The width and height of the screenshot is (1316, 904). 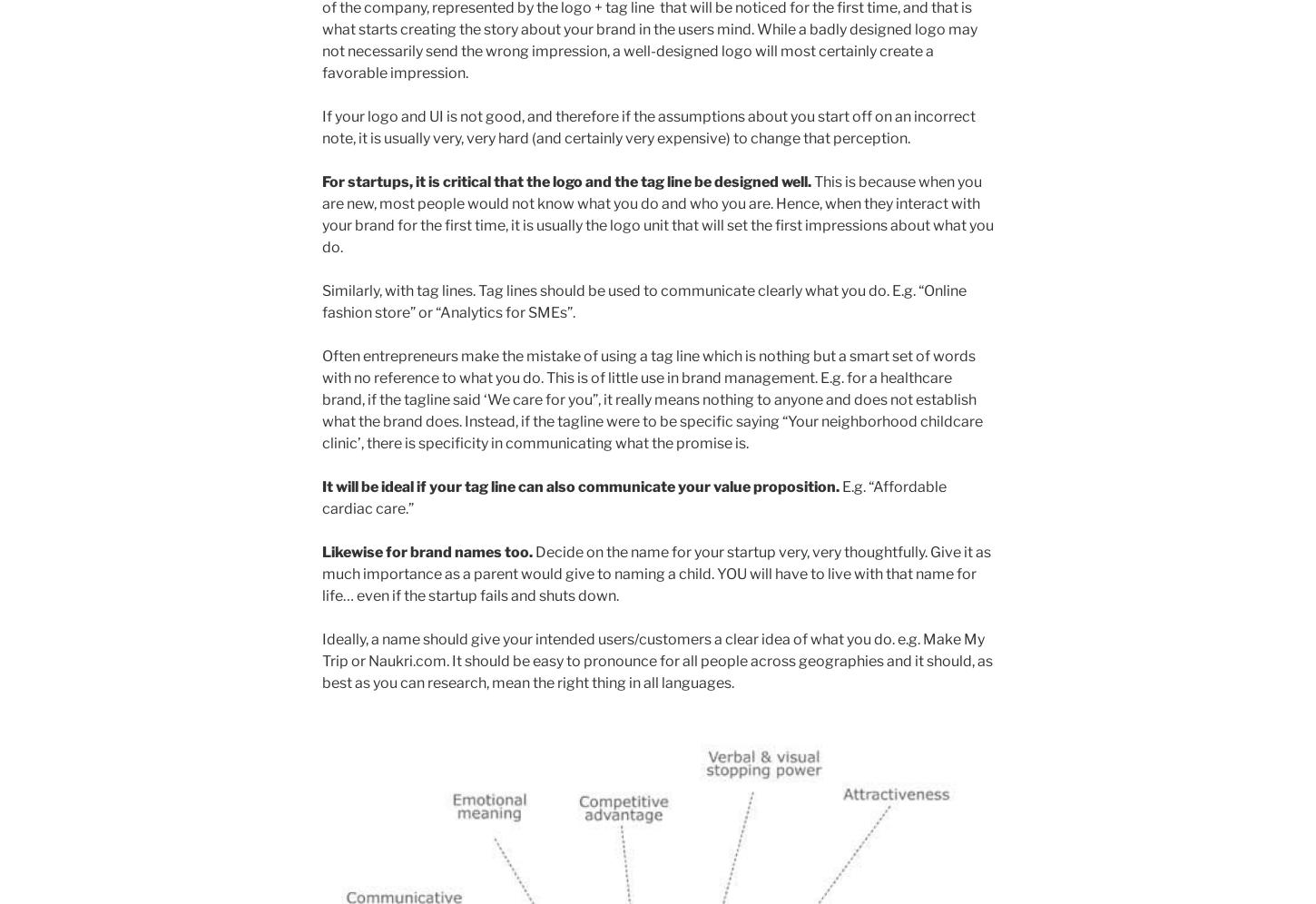 What do you see at coordinates (656, 659) in the screenshot?
I see `'Ideally, a name should give your intended users/customers a clear idea of what you do. e.g. Make My Trip or Naukri.com. It should be easy to pronounce for all people across geographies and it should, as best as you can research, mean the right thing in all languages.'` at bounding box center [656, 659].